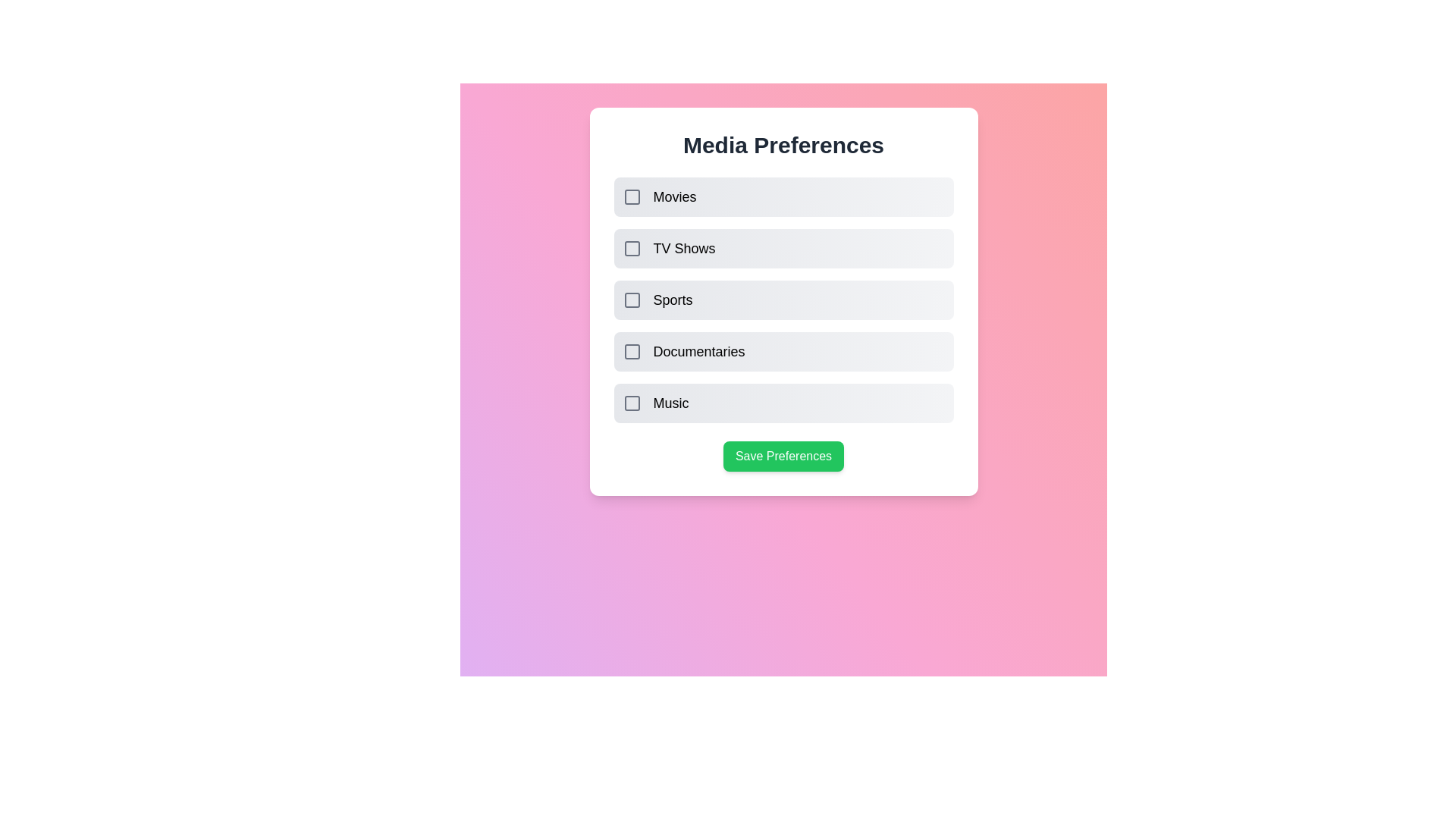  I want to click on the media preference item Sports, so click(632, 300).